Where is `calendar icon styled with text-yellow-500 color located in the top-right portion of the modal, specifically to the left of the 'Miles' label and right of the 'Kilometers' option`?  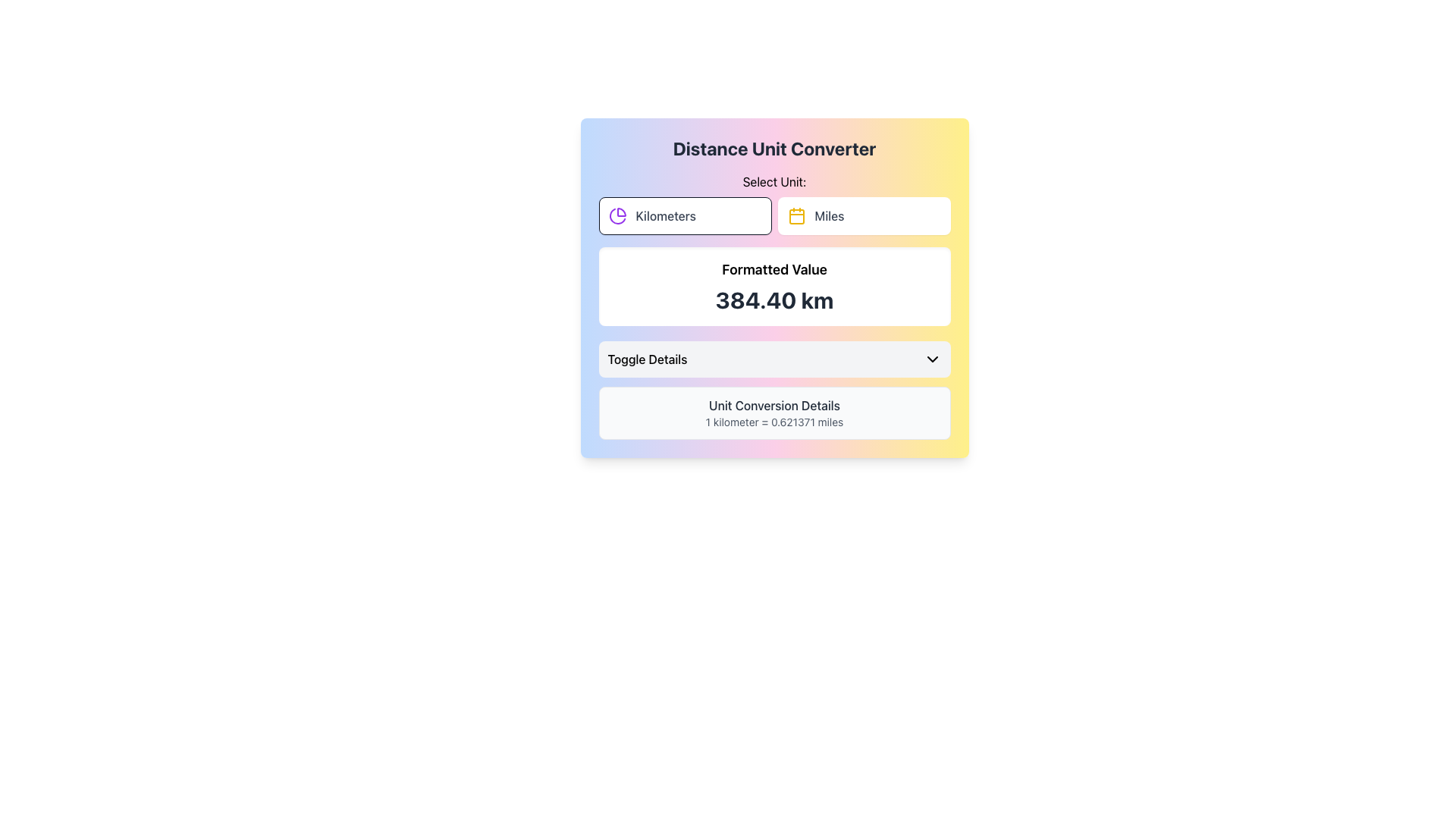
calendar icon styled with text-yellow-500 color located in the top-right portion of the modal, specifically to the left of the 'Miles' label and right of the 'Kilometers' option is located at coordinates (795, 216).